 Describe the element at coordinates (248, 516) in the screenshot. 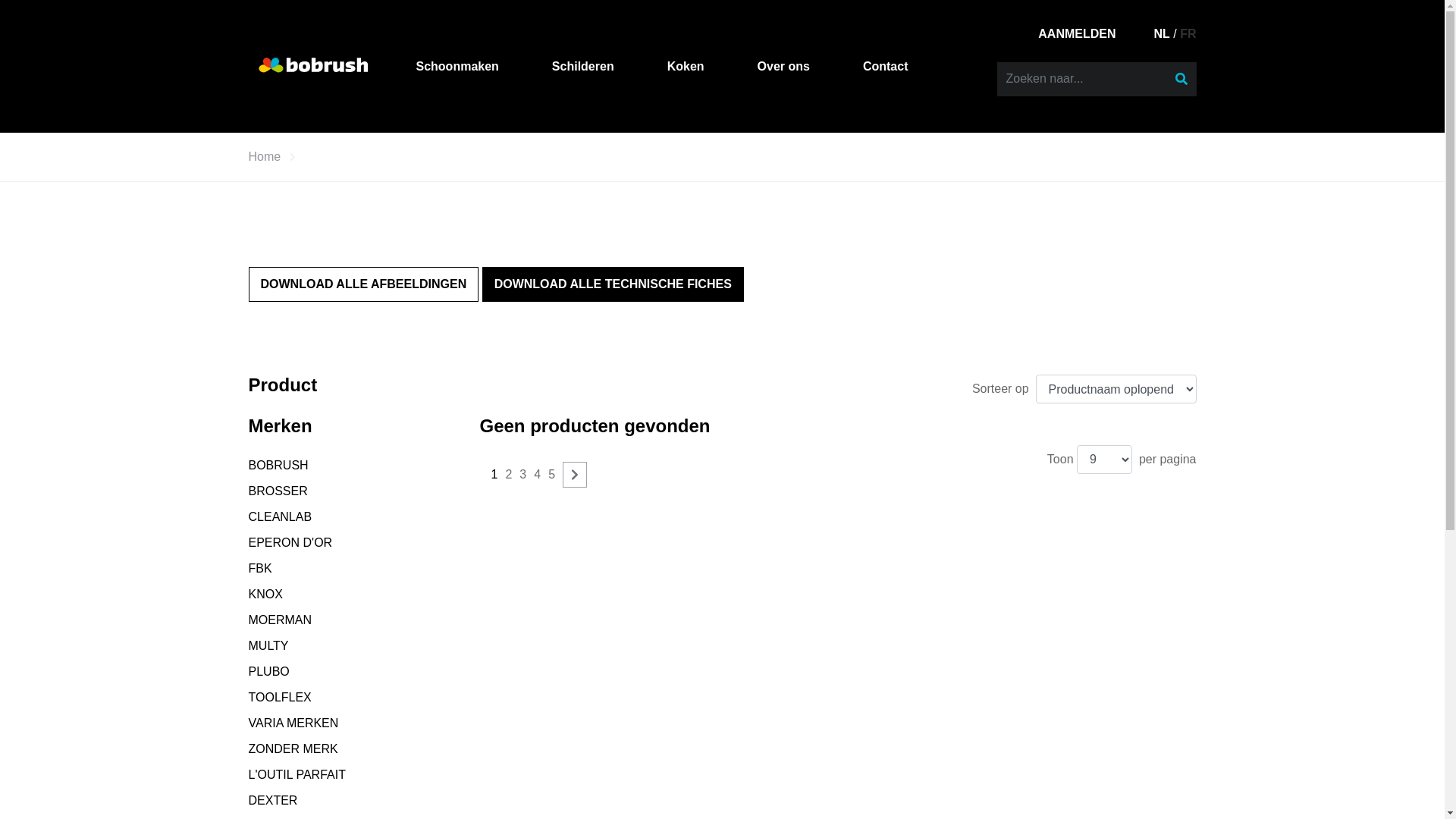

I see `'CLEANLAB'` at that location.